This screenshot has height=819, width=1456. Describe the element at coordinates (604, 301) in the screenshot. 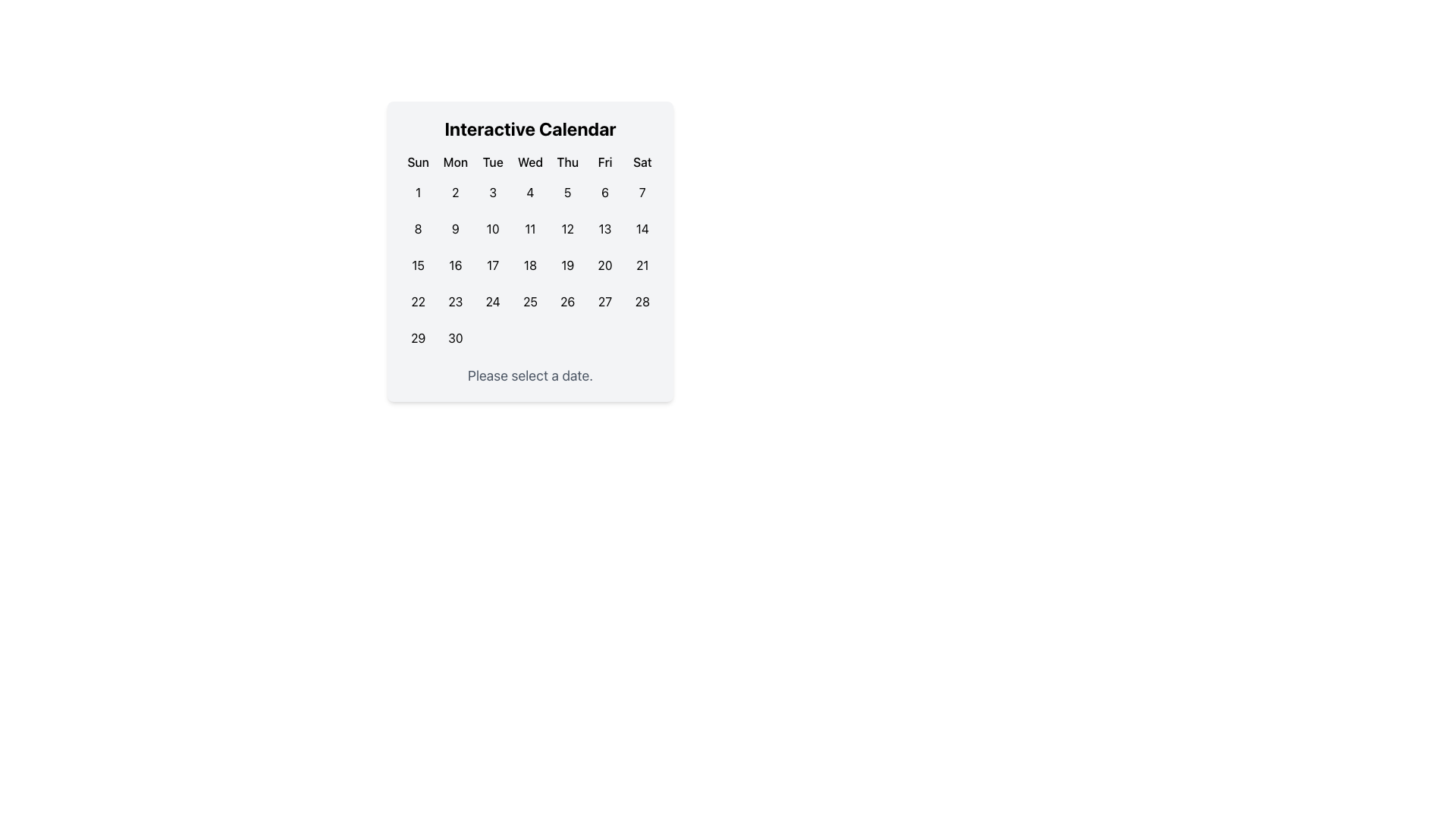

I see `on the calendar day element representing Friday in the last row of the calendar grid` at that location.